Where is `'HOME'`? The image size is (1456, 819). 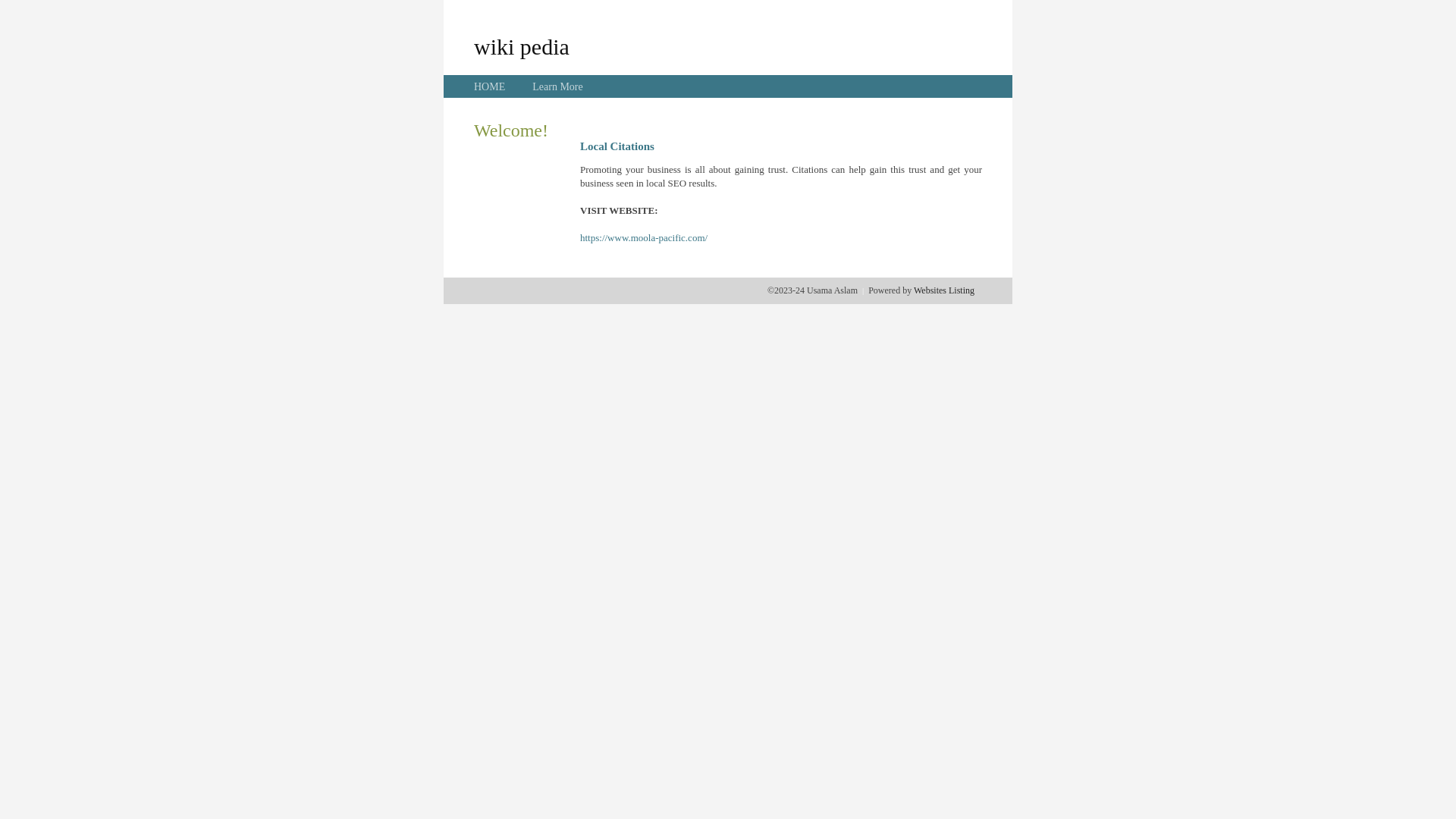
'HOME' is located at coordinates (489, 86).